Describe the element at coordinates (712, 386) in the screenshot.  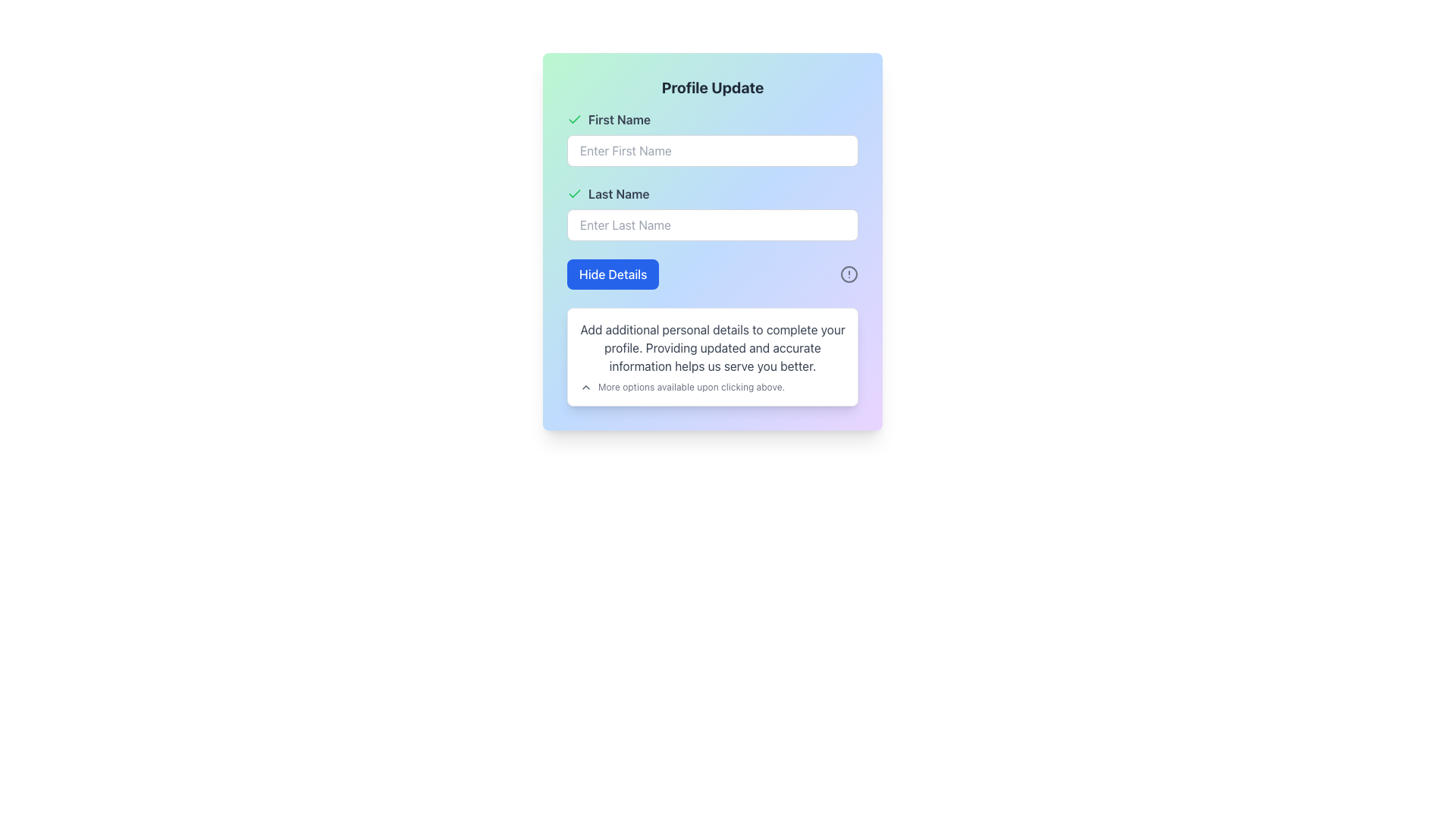
I see `information provided in the text block with an icon located in the lower section of the profile update card` at that location.